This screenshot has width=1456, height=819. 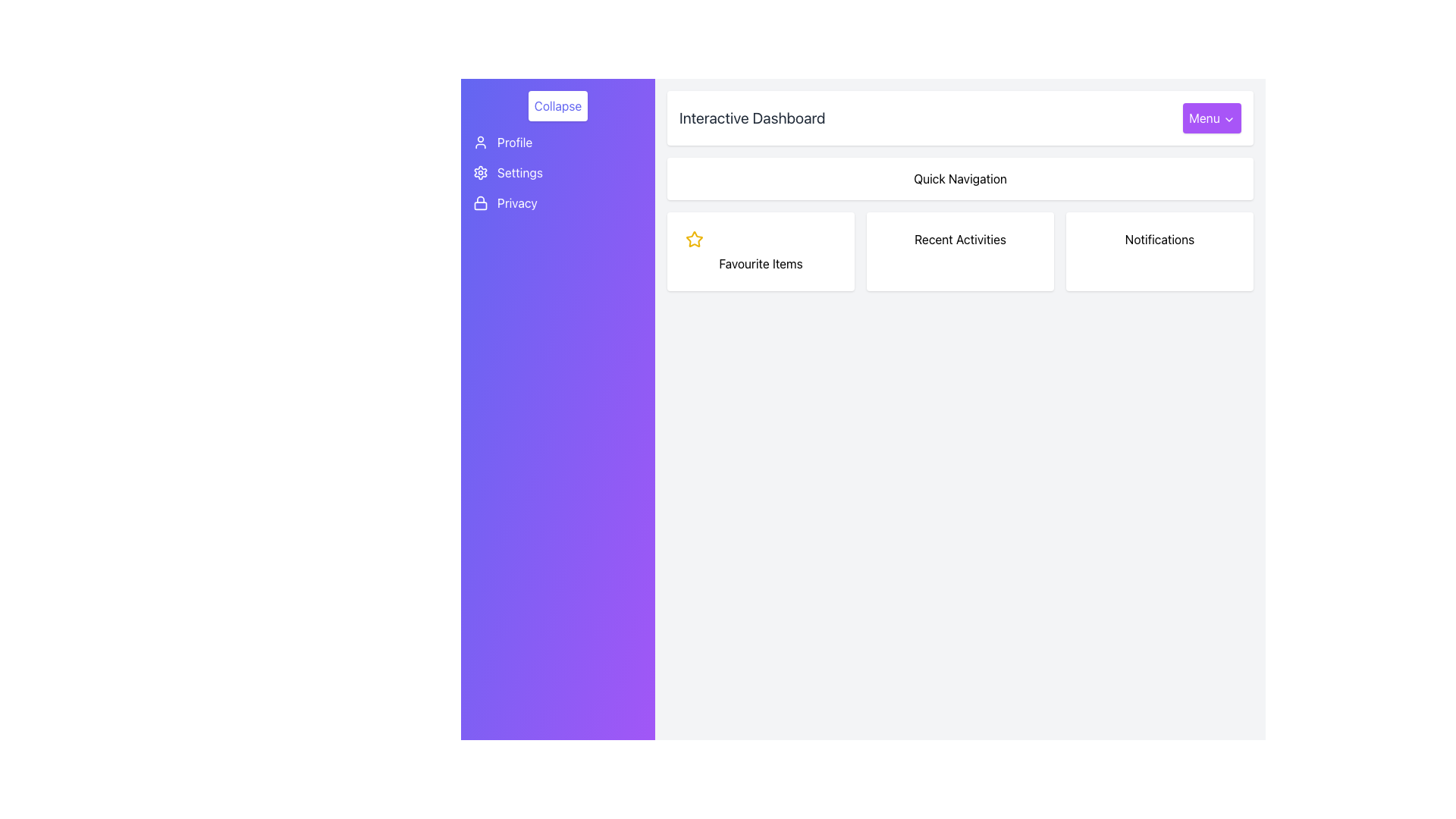 I want to click on the Settings icon located in the left sidebar, which is the first icon above the text label 'Settings', so click(x=479, y=171).